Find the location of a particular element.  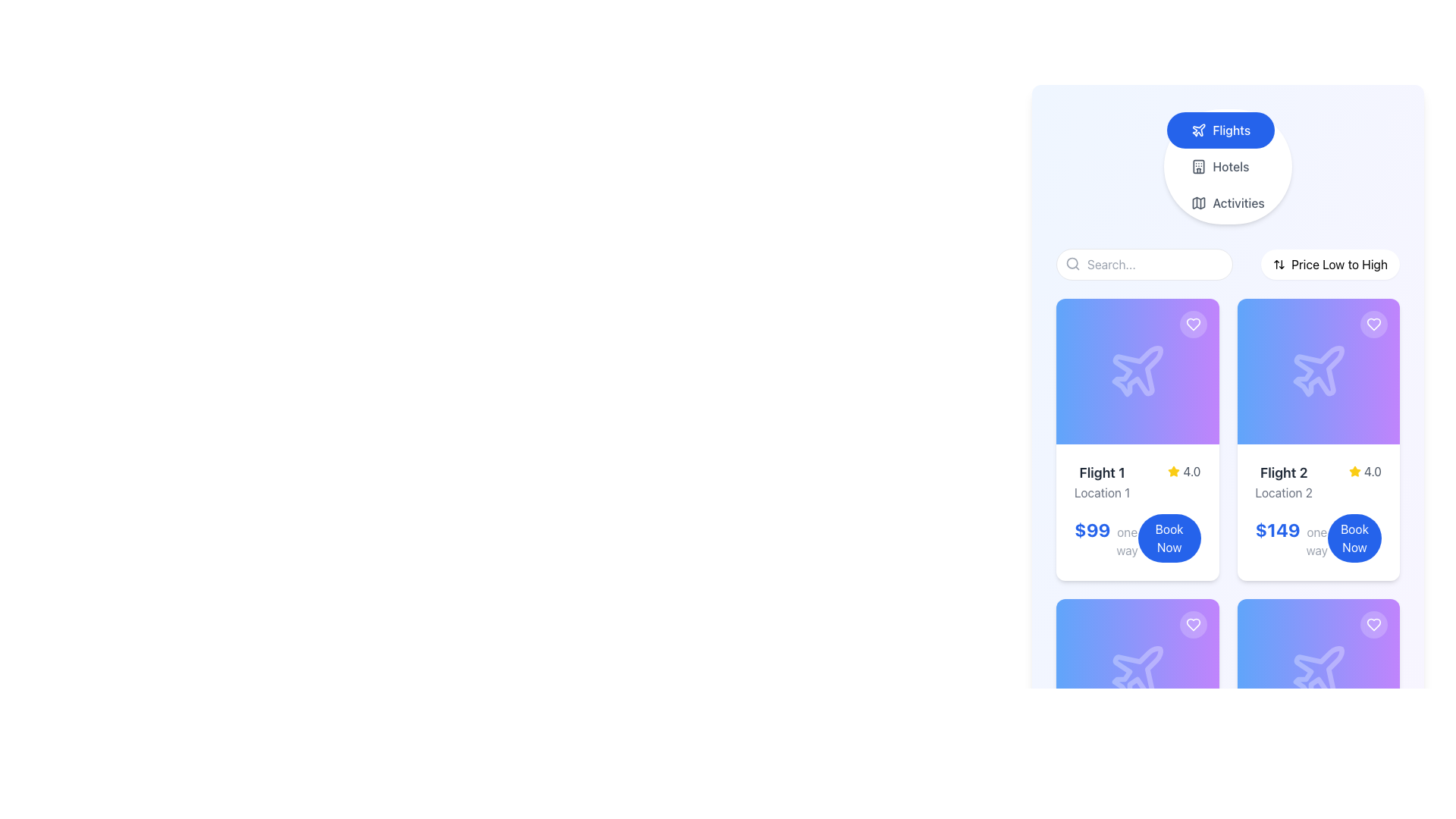

the heart icon in the top-right corner of the 'Flight 2' card to mark it as a favorite is located at coordinates (1373, 324).